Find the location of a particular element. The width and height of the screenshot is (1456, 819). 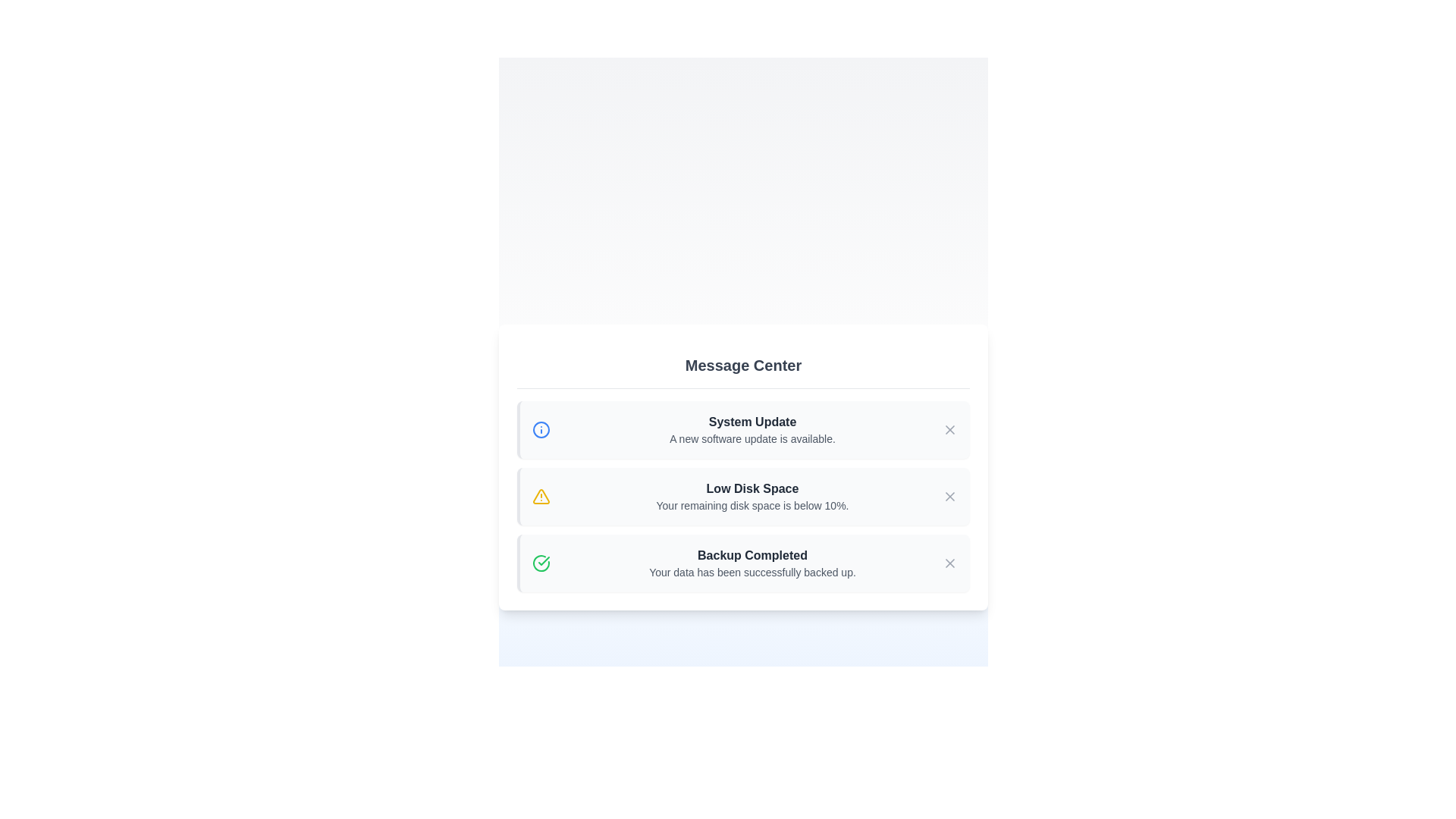

the warning icon indicating 'Low Disk Space' located on the left side of the notification content is located at coordinates (541, 496).